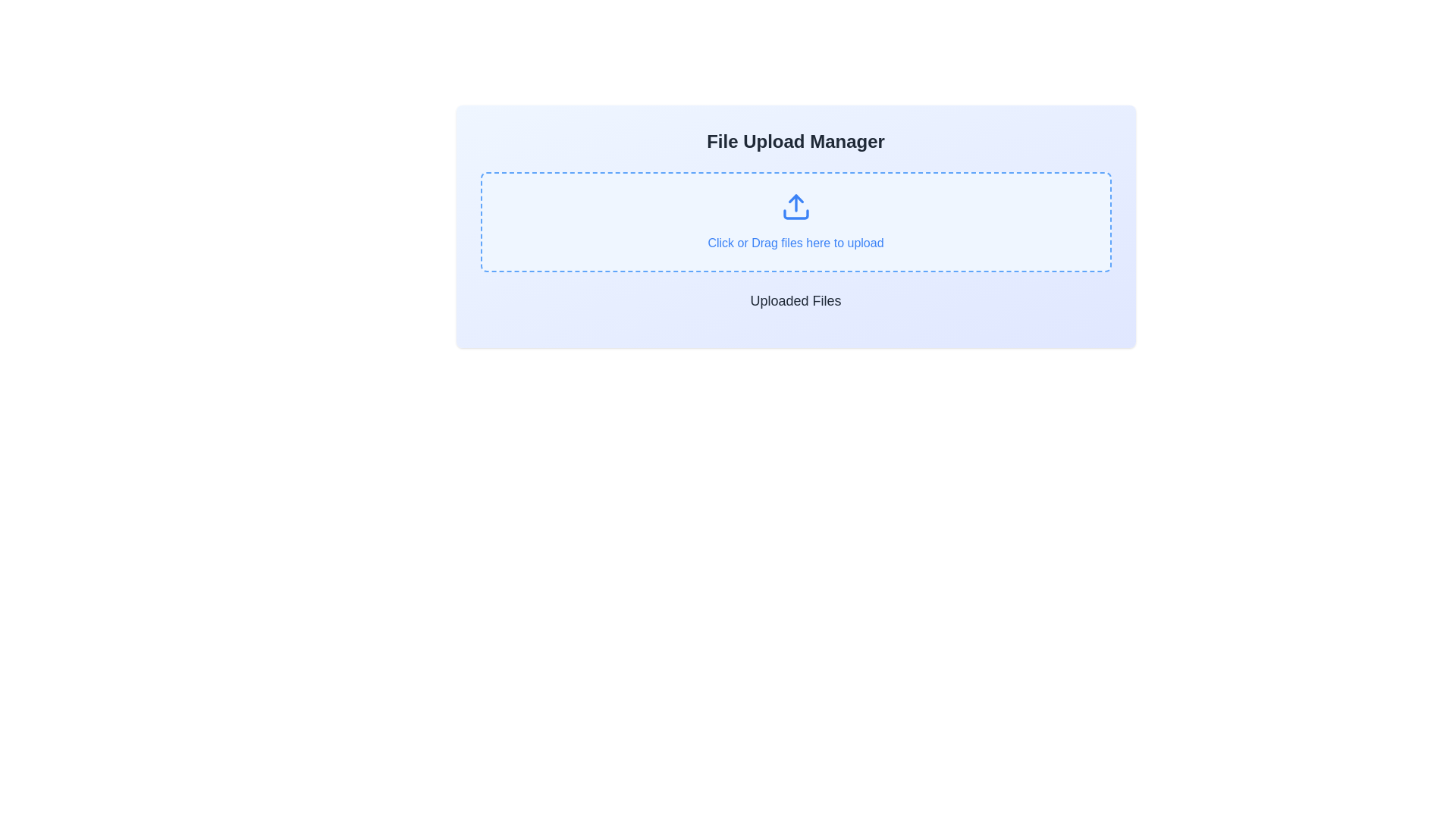 The image size is (1456, 819). Describe the element at coordinates (795, 207) in the screenshot. I see `the upward arrow icon, which is styled in blue and located within the file upload section` at that location.